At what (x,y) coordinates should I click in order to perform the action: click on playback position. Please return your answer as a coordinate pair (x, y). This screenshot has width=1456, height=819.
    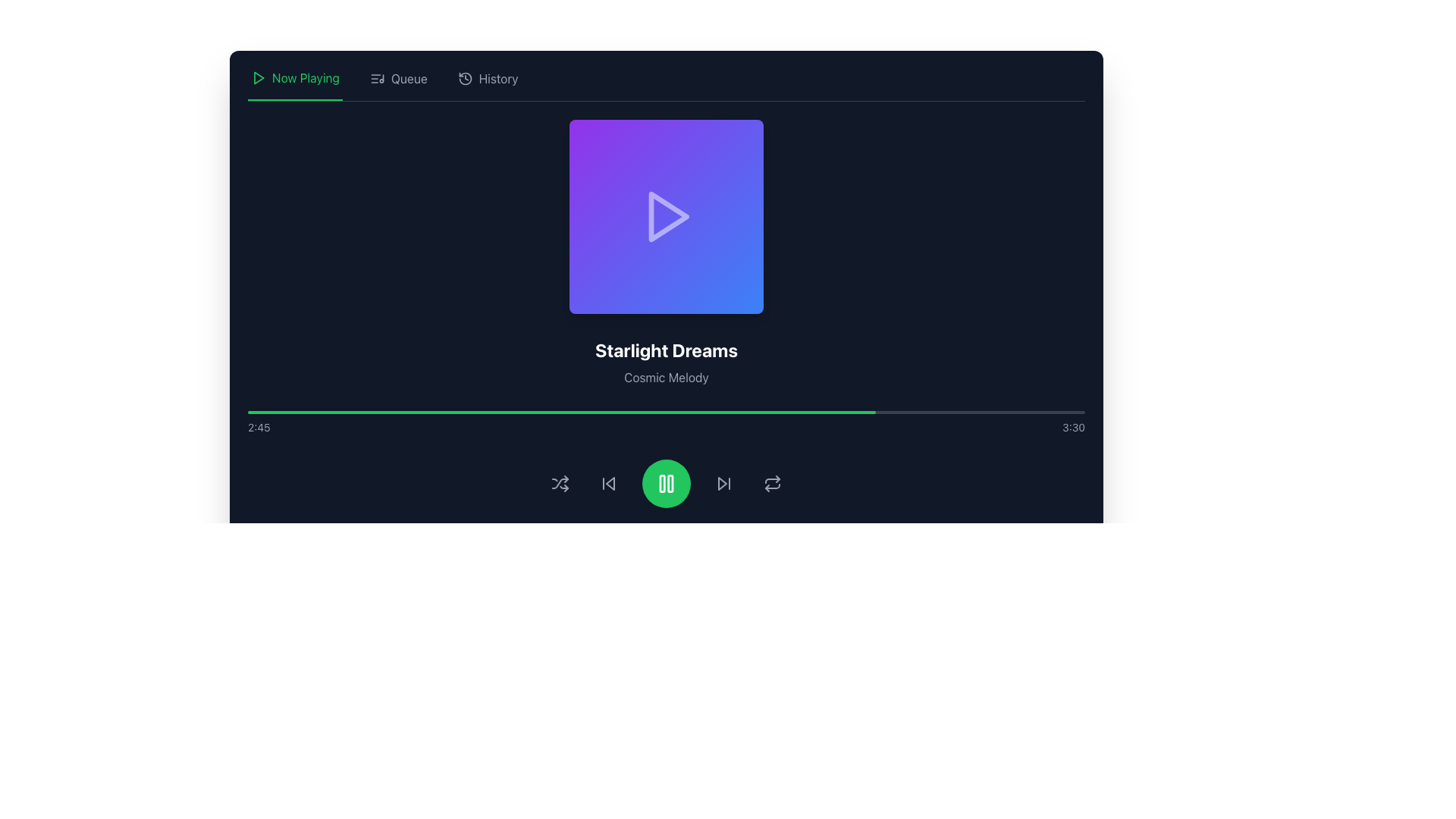
    Looking at the image, I should click on (620, 412).